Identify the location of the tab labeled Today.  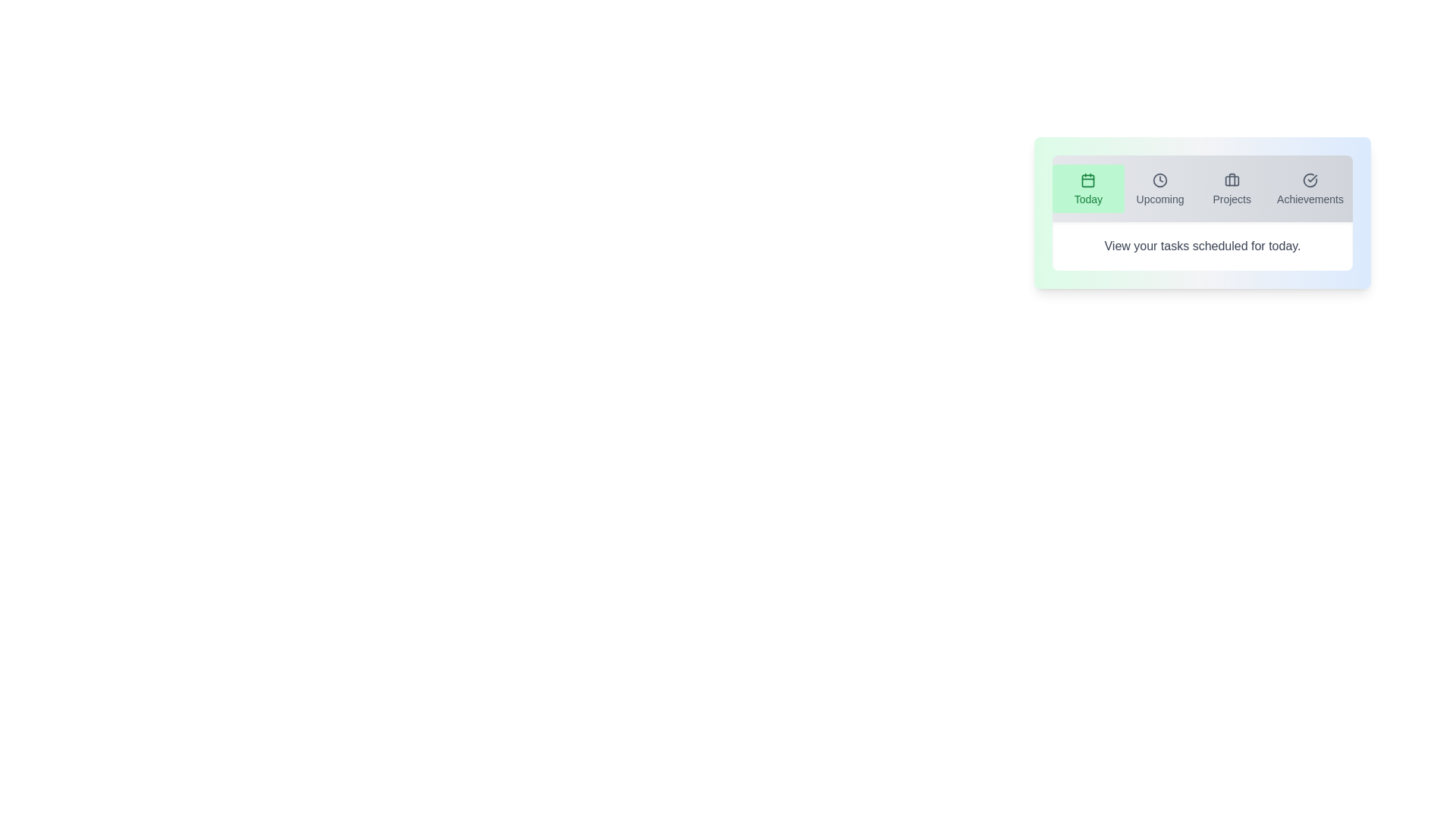
(1087, 188).